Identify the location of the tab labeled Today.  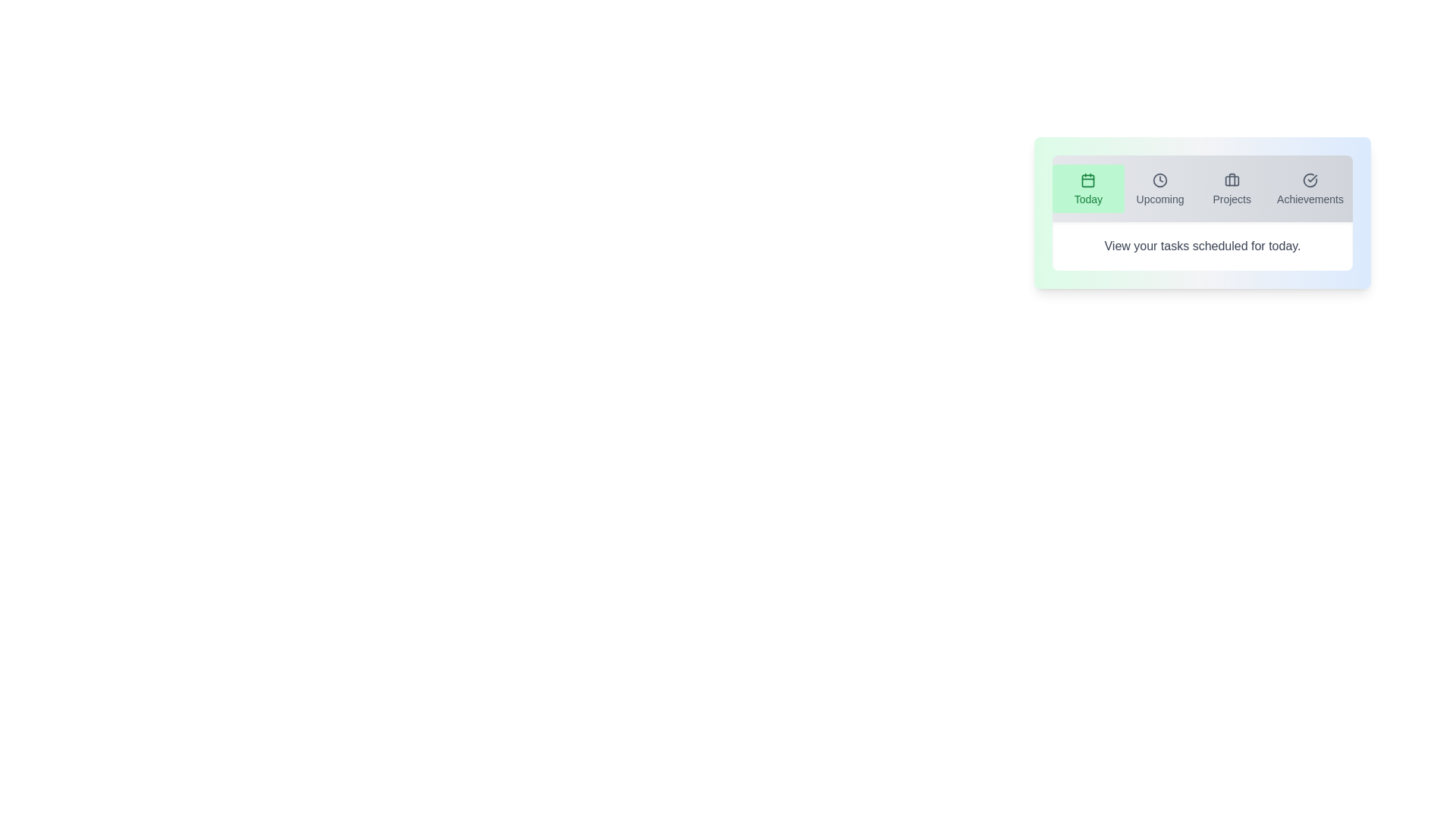
(1087, 188).